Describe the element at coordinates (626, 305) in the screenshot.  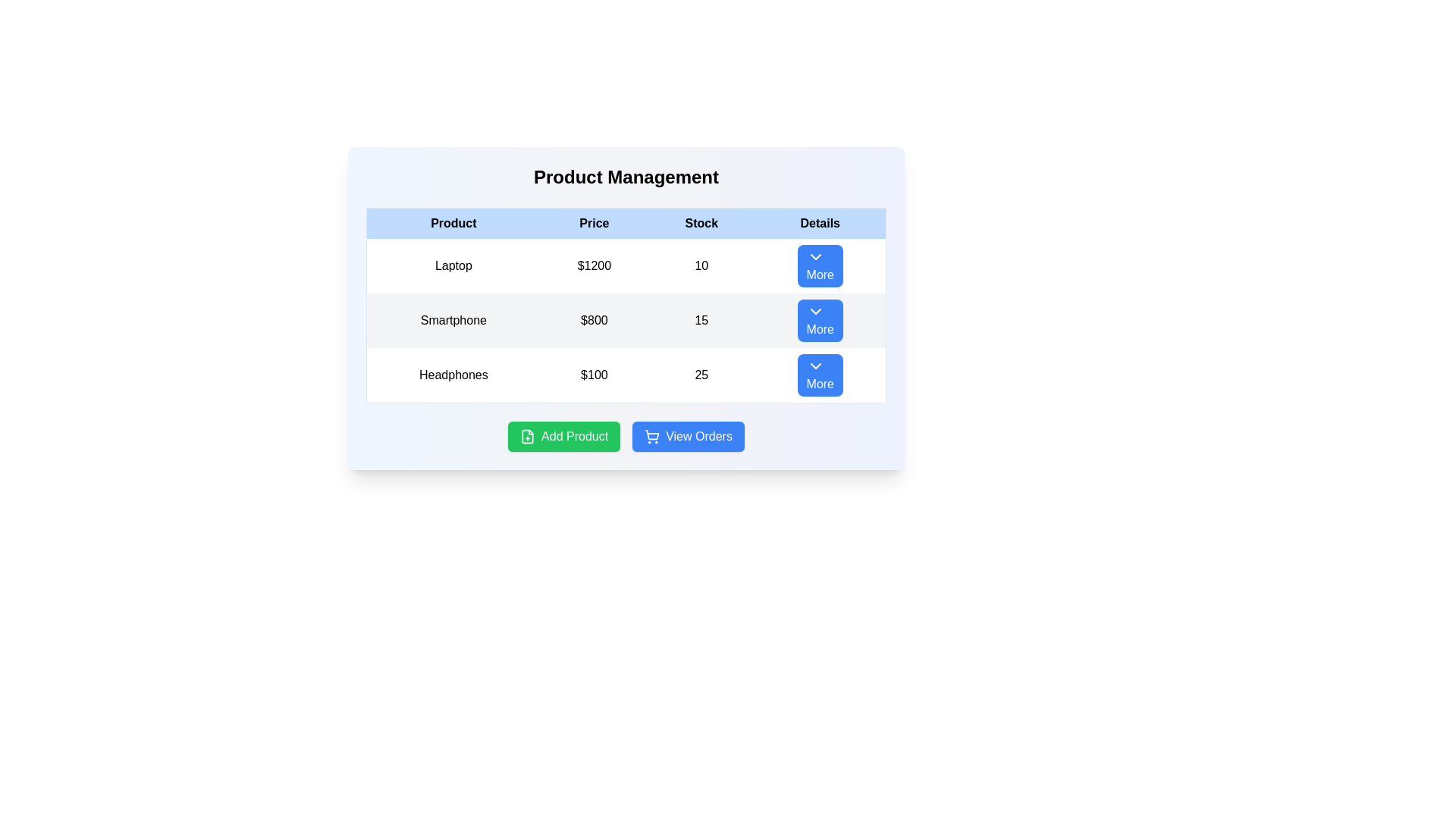
I see `an individual data cell within the product management table, which is styled with rounded corners and alternating row colors, located centrally beneath the 'Product Management' title` at that location.